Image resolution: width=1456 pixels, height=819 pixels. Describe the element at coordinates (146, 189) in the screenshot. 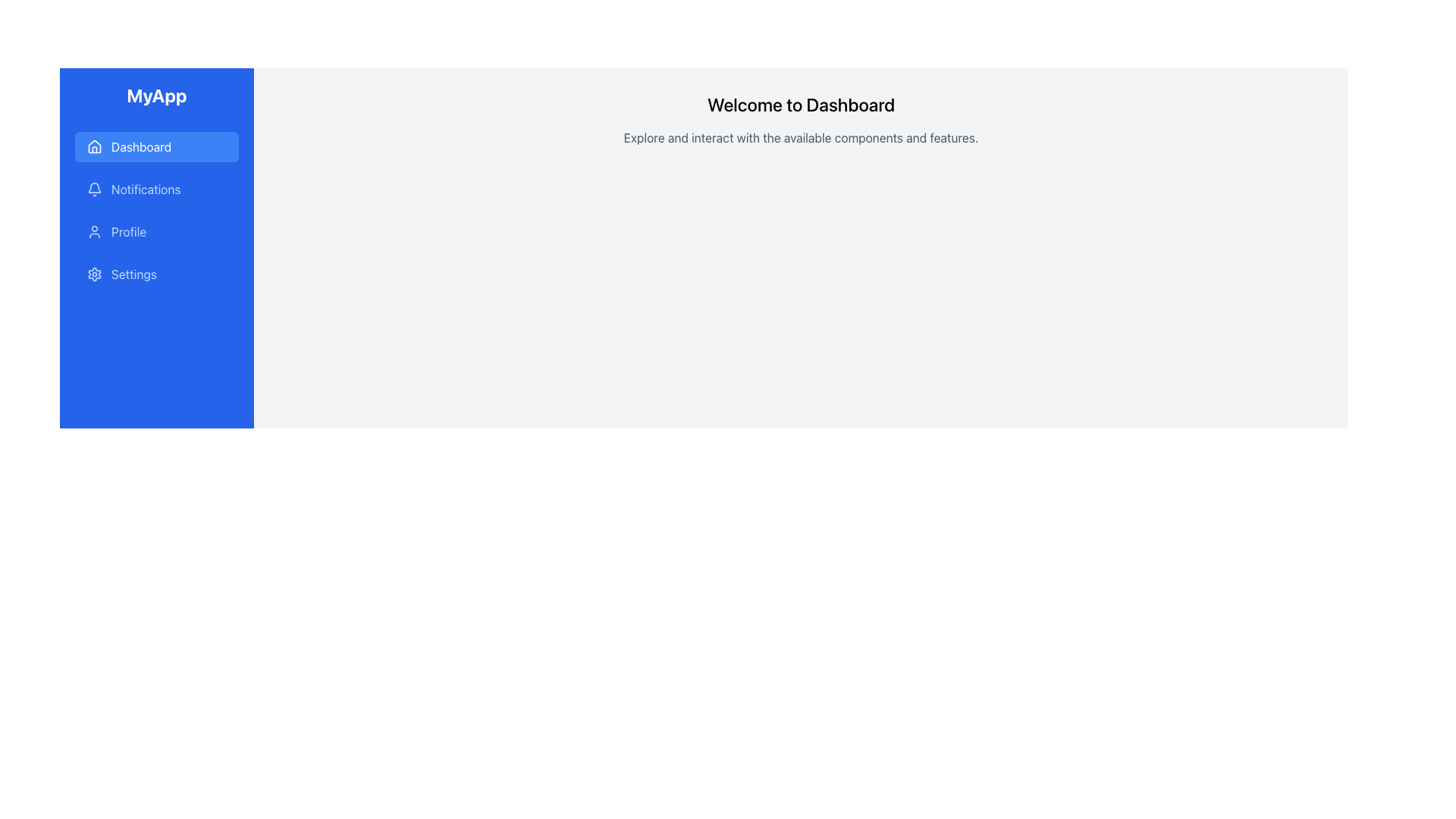

I see `the 'Notifications' text-based navigation link in the vertical menu` at that location.